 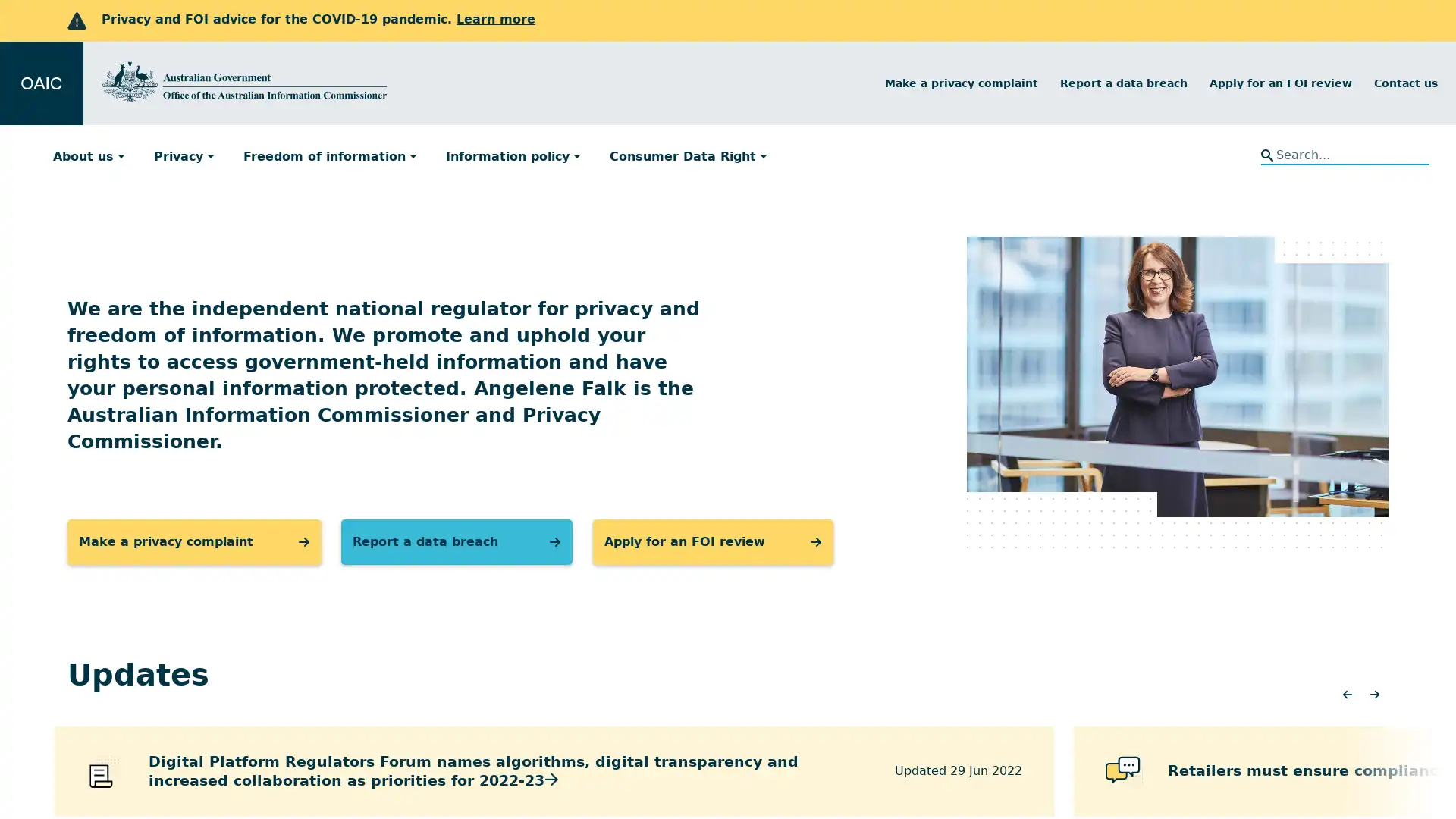 What do you see at coordinates (215, 155) in the screenshot?
I see `Open sub menu for Privacy` at bounding box center [215, 155].